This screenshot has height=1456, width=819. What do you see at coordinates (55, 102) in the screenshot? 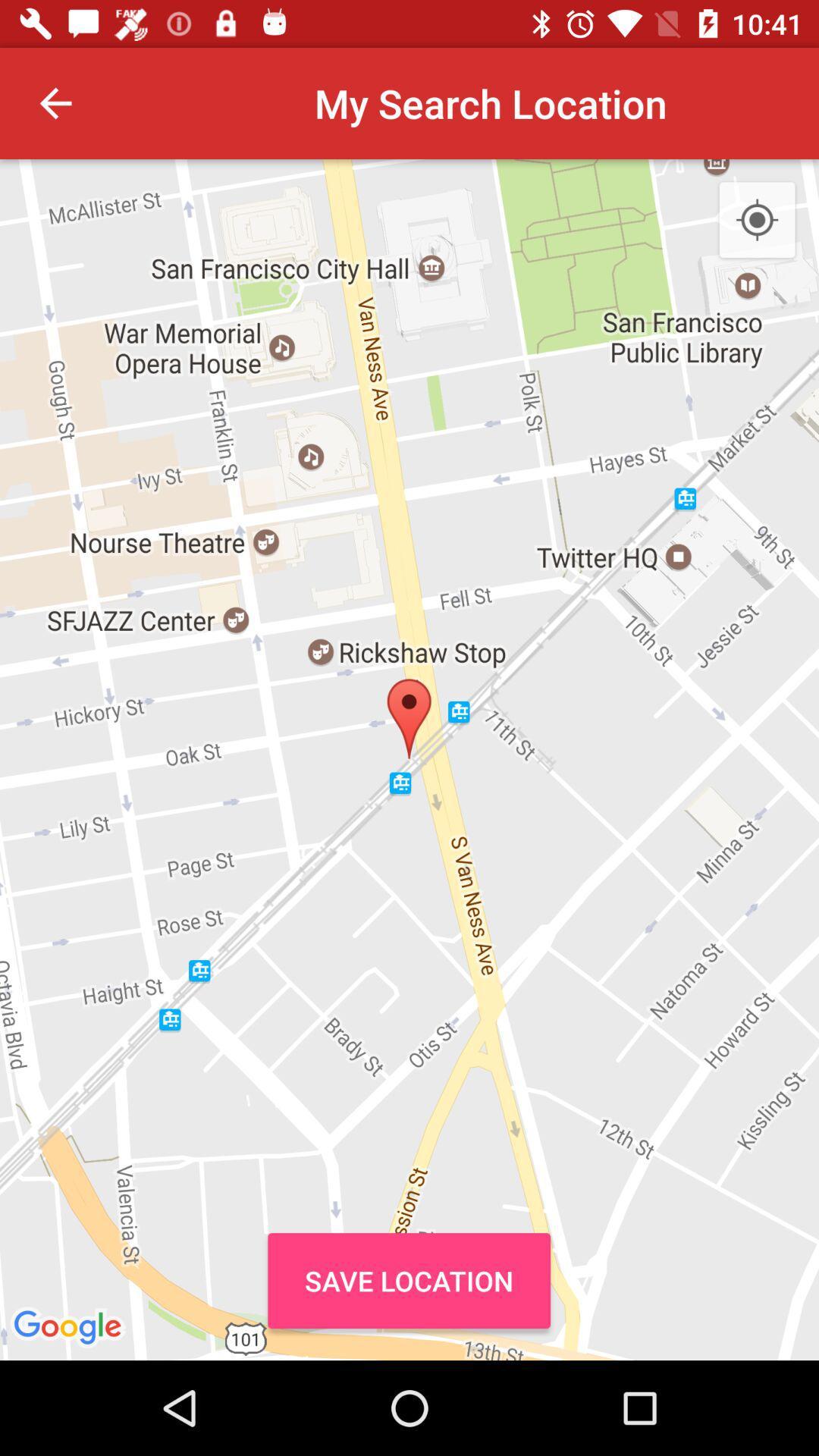
I see `item to the left of my search location` at bounding box center [55, 102].